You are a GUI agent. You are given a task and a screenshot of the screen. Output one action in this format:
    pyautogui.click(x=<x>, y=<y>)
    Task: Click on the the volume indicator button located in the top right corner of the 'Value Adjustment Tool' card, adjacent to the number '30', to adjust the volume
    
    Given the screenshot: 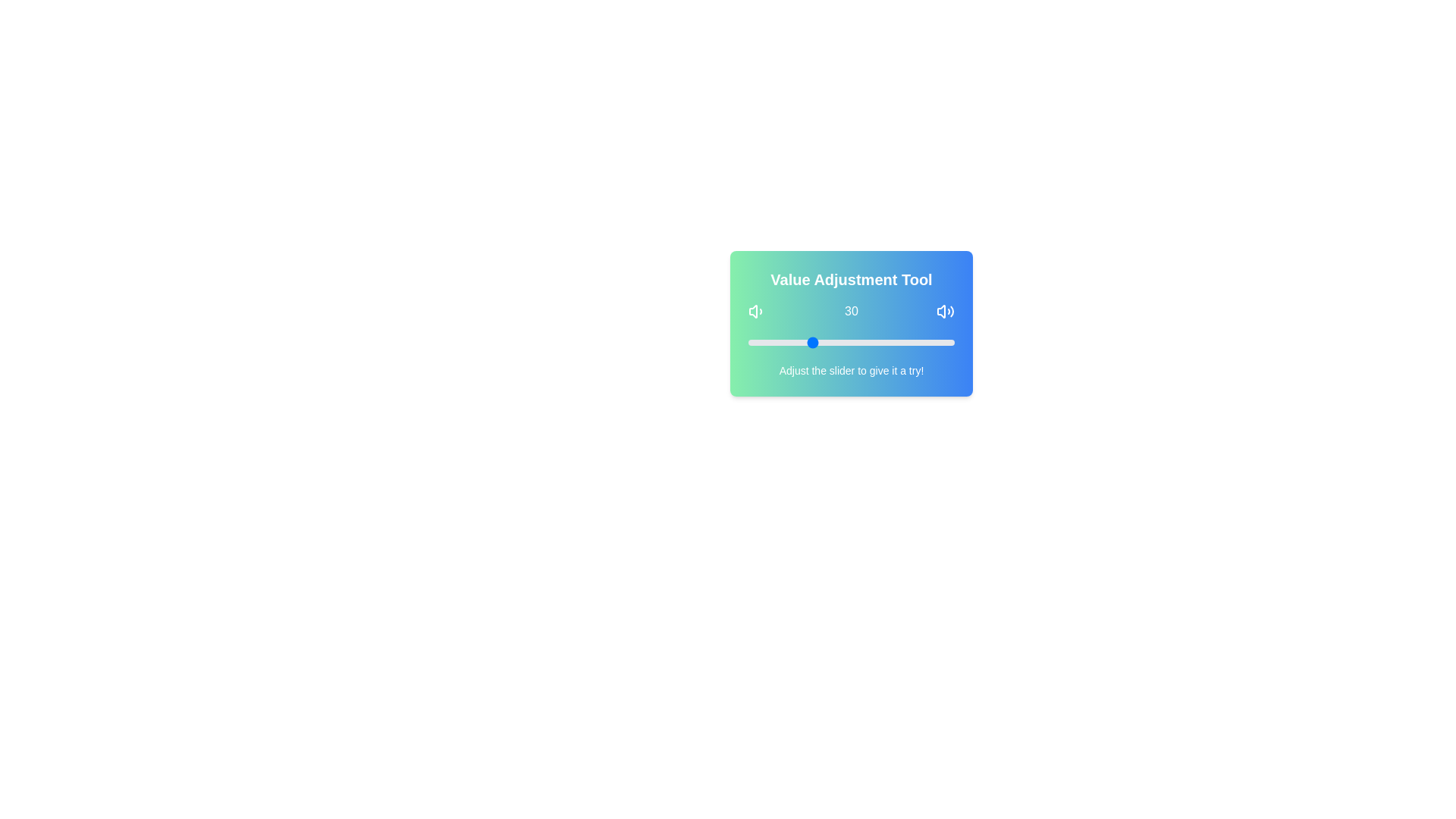 What is the action you would take?
    pyautogui.click(x=945, y=311)
    